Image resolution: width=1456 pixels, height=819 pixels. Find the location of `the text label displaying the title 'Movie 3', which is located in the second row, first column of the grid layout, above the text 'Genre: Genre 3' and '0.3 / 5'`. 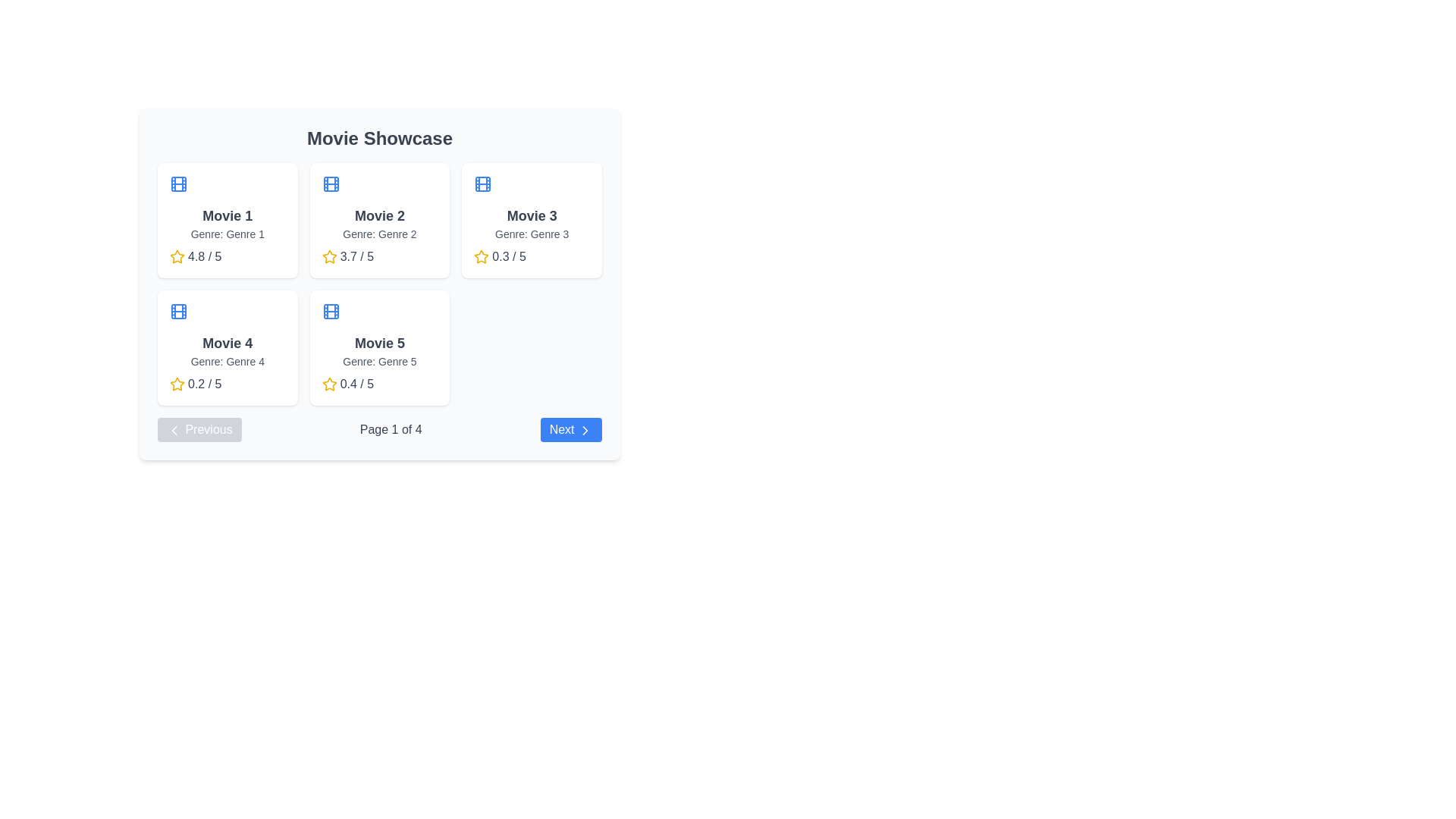

the text label displaying the title 'Movie 3', which is located in the second row, first column of the grid layout, above the text 'Genre: Genre 3' and '0.3 / 5' is located at coordinates (532, 216).